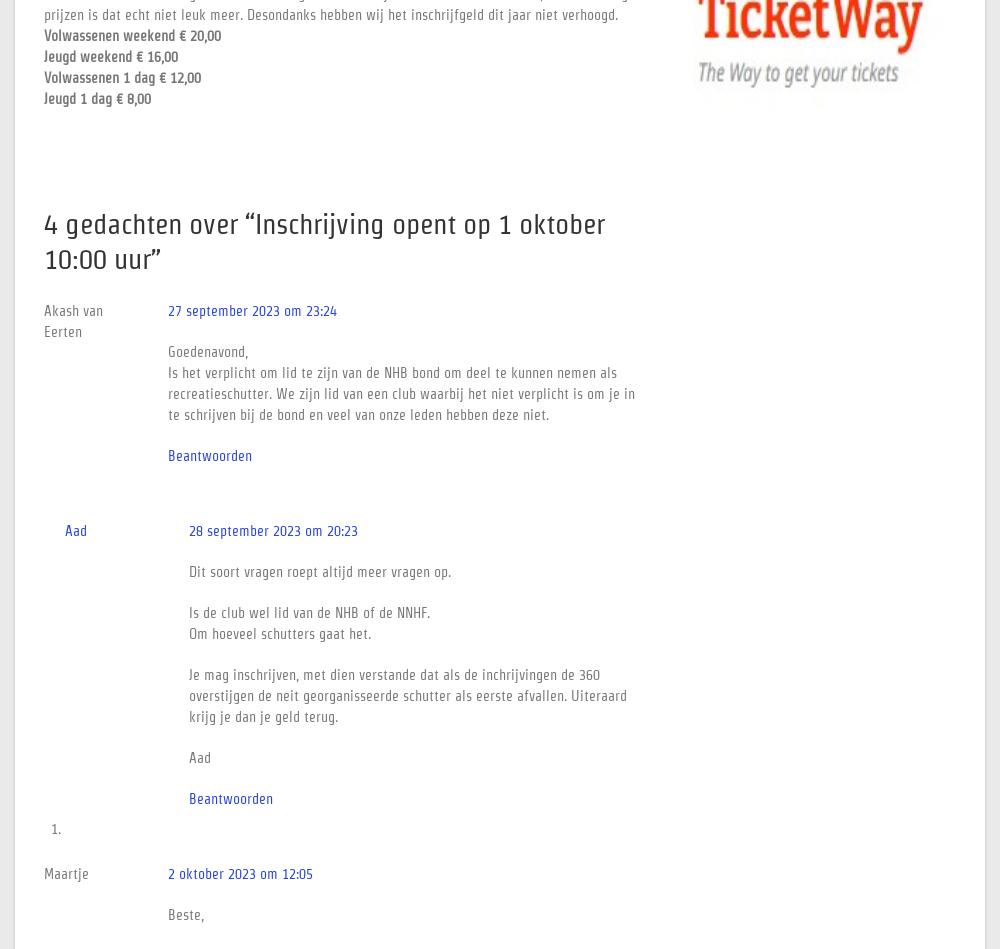 The image size is (1000, 949). I want to click on 'Jeugd 1 dag € 8,00', so click(96, 98).